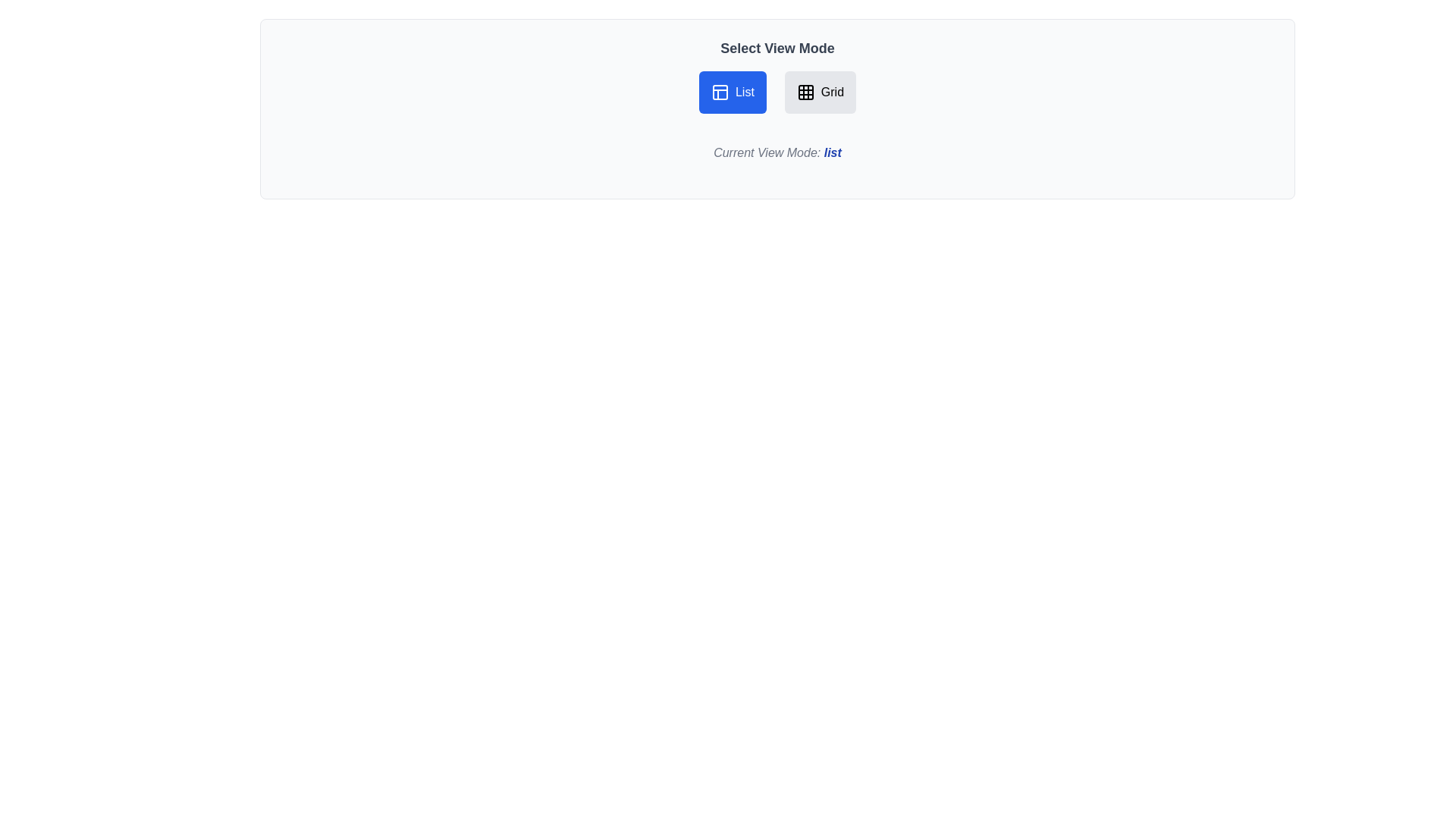 The image size is (1456, 819). Describe the element at coordinates (818, 93) in the screenshot. I see `the 'Grid' button to toggle the view mode to 'Grid'` at that location.